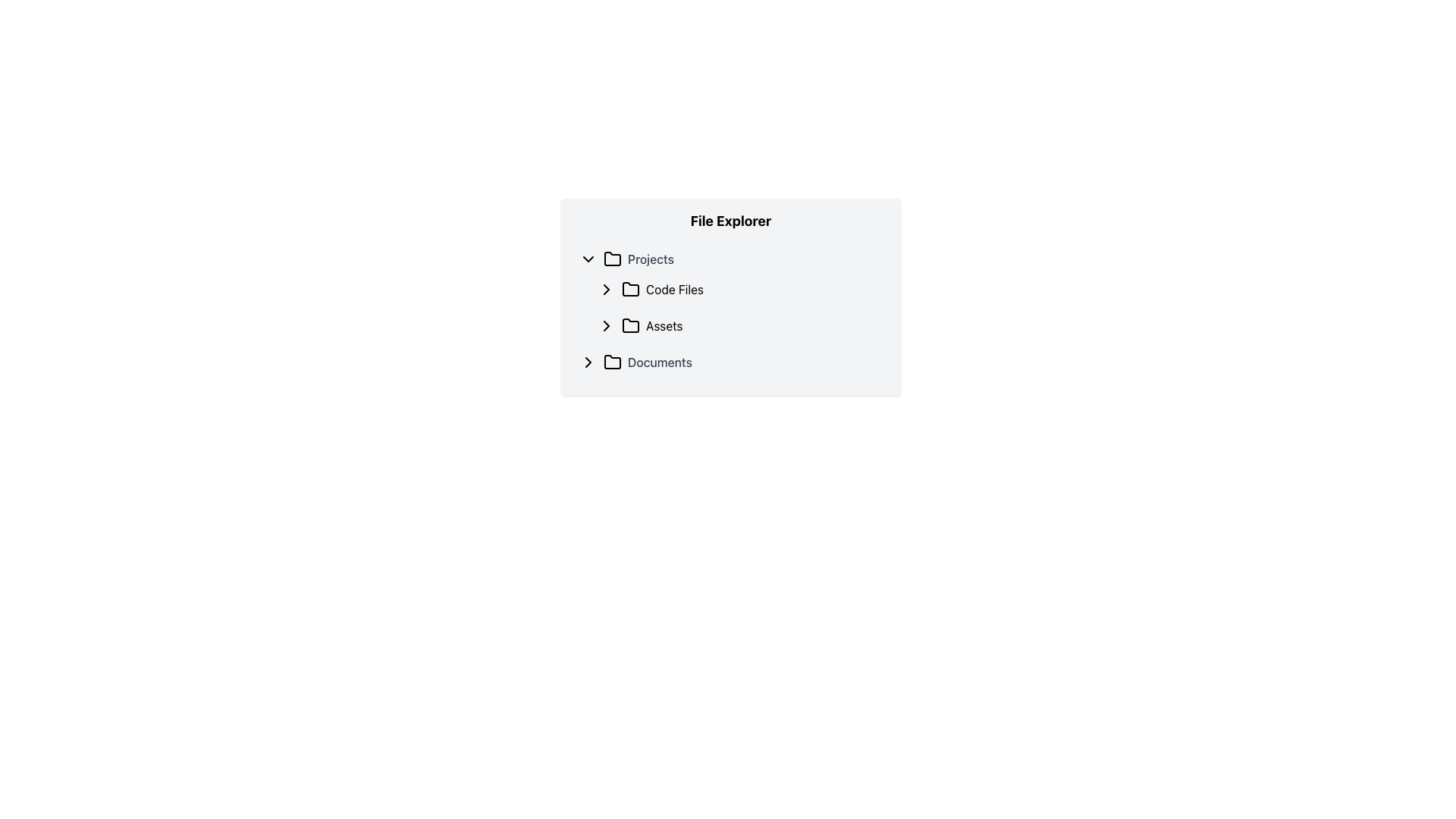  Describe the element at coordinates (731, 259) in the screenshot. I see `the 'Projects' button` at that location.